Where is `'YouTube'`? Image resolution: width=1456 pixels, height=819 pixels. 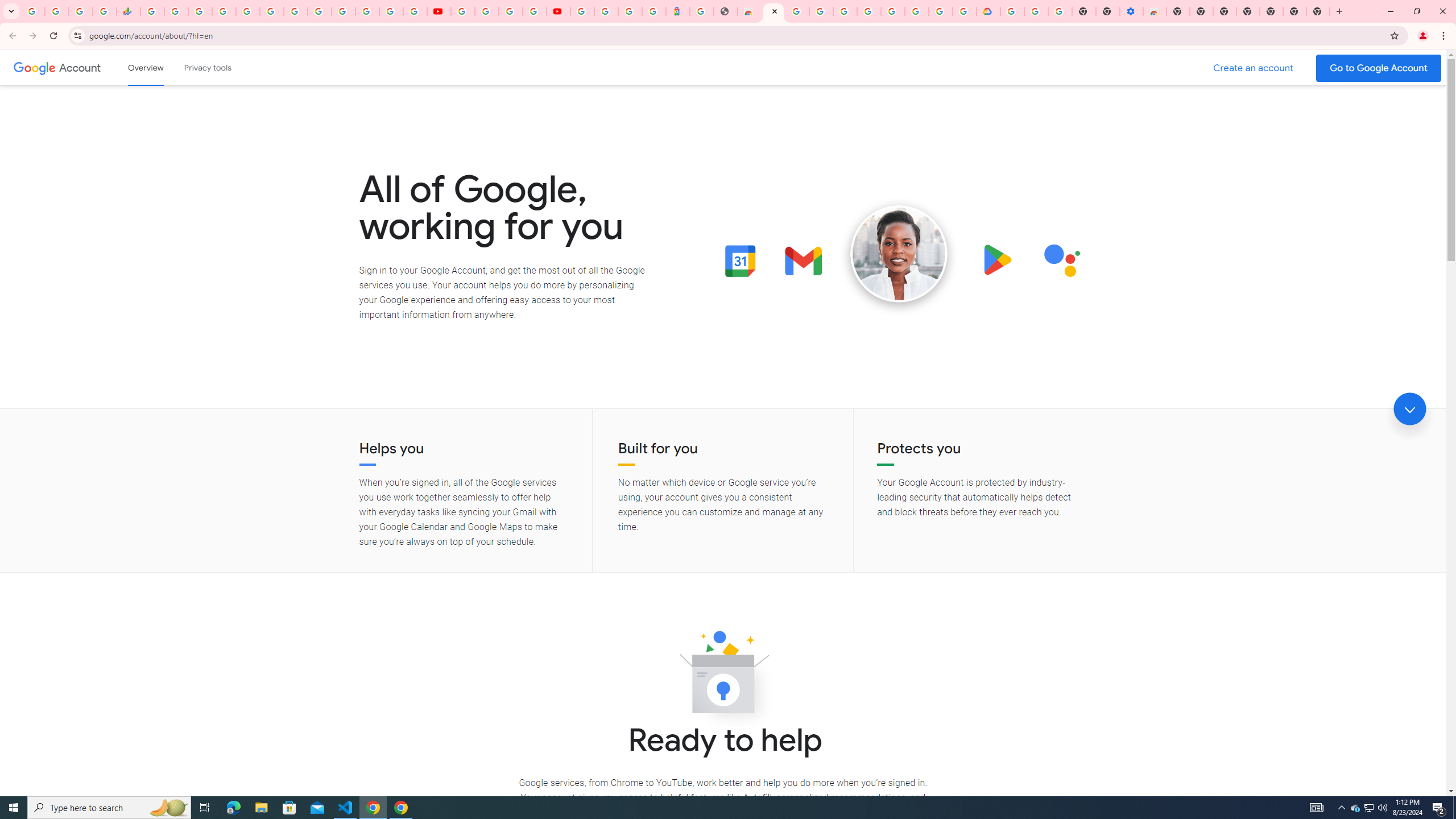 'YouTube' is located at coordinates (463, 11).